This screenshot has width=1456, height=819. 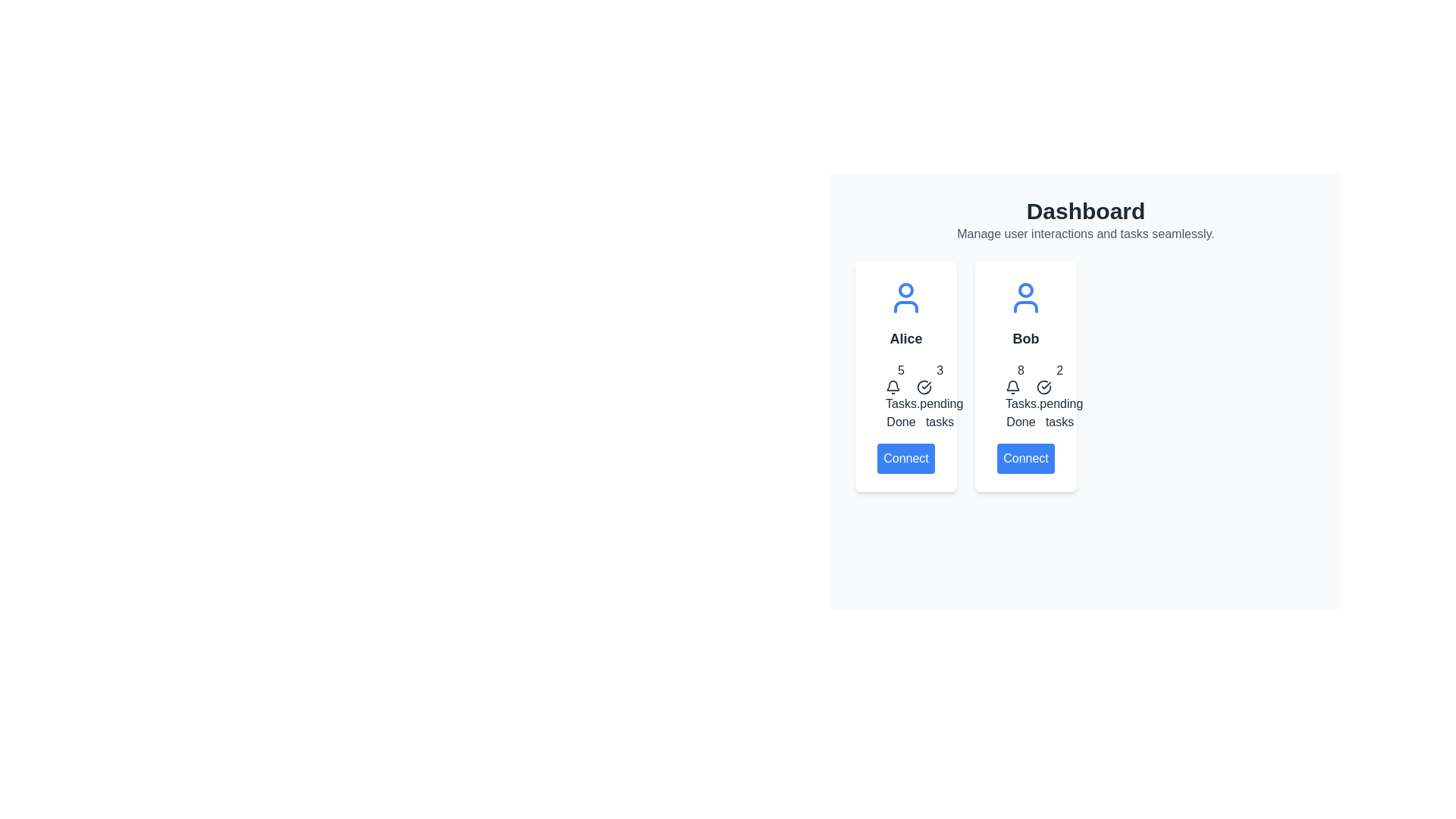 What do you see at coordinates (1026, 298) in the screenshot?
I see `the blue user icon located at the top of the 'Bob' card in the 'Dashboard' section` at bounding box center [1026, 298].